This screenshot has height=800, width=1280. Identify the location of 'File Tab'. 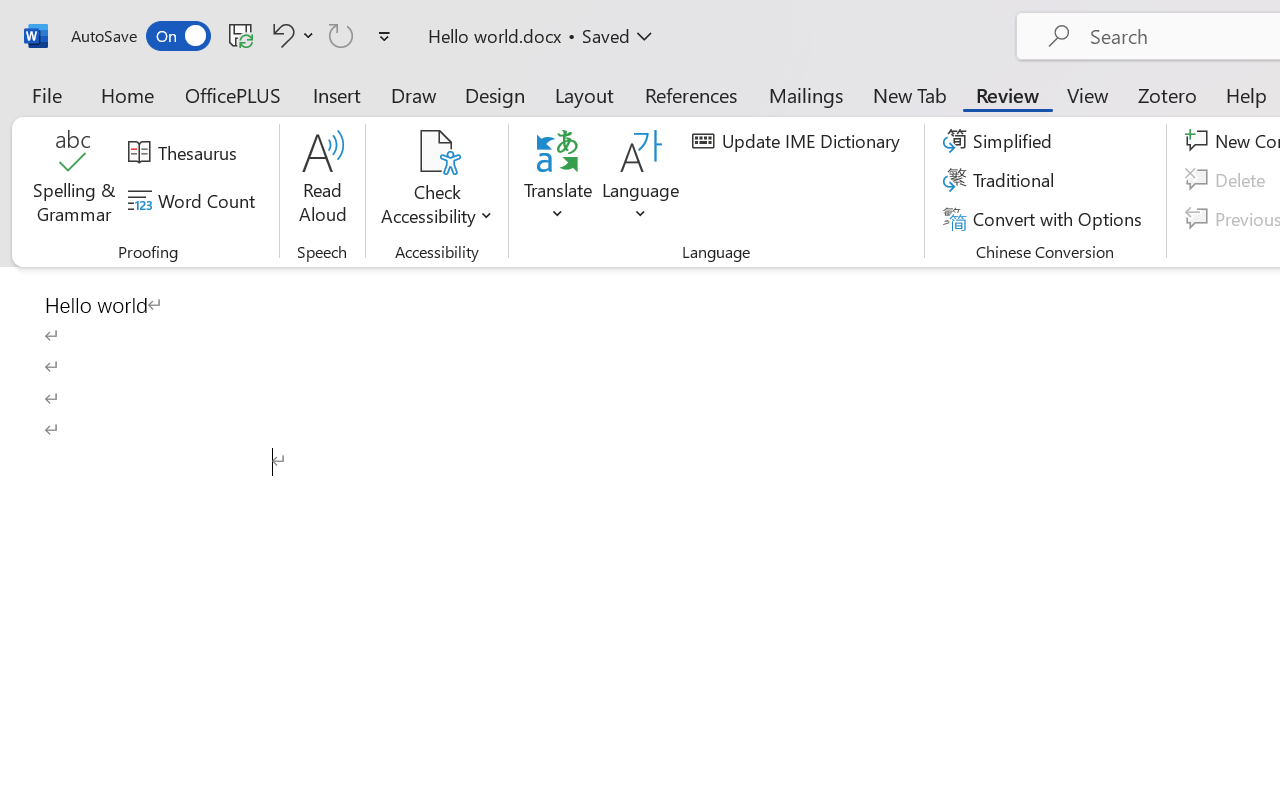
(46, 94).